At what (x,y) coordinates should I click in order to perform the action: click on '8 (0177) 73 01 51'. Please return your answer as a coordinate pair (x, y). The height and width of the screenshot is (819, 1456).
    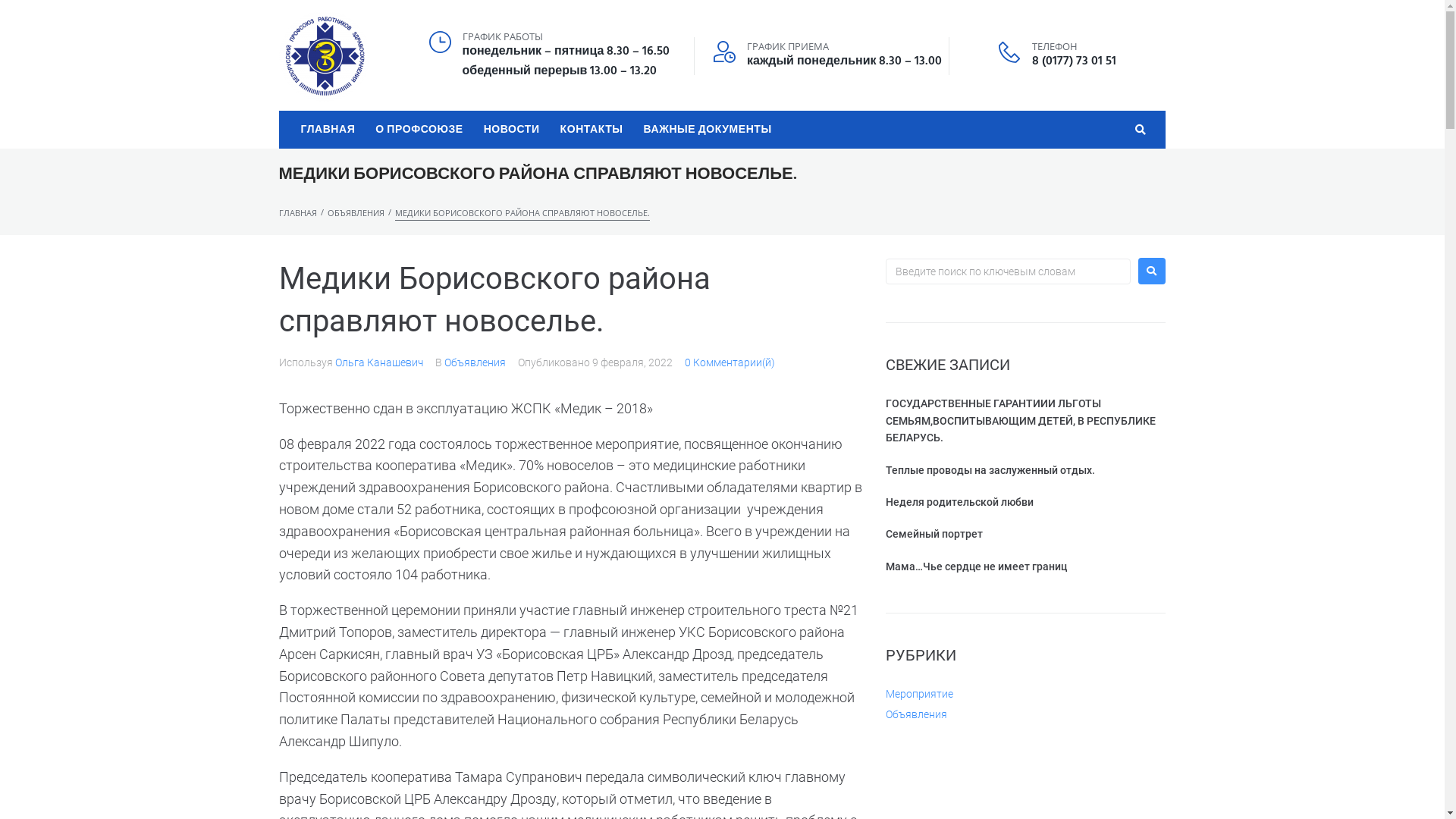
    Looking at the image, I should click on (1073, 61).